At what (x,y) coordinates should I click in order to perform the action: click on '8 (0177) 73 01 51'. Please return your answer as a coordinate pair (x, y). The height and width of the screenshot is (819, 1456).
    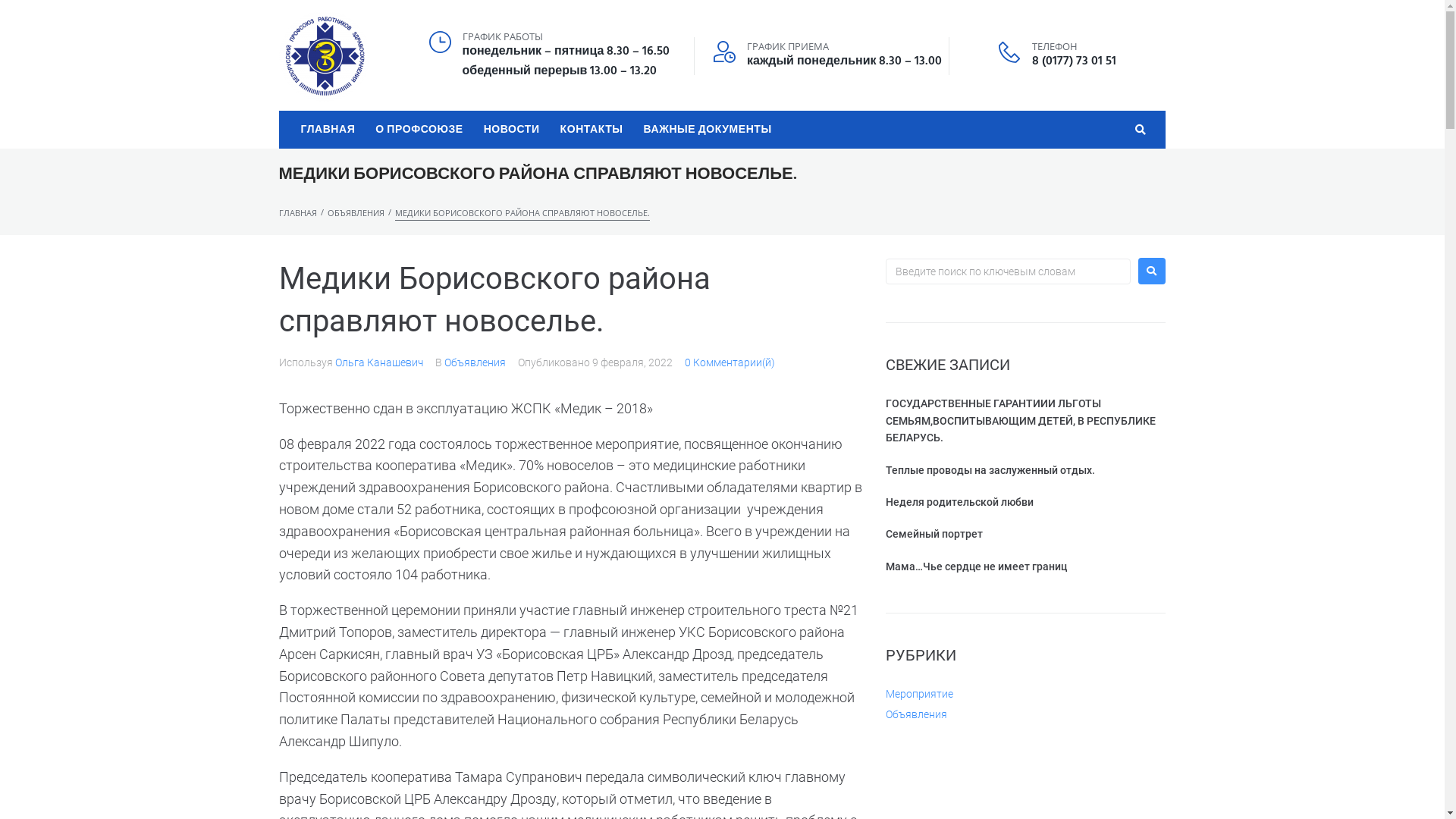
    Looking at the image, I should click on (1073, 61).